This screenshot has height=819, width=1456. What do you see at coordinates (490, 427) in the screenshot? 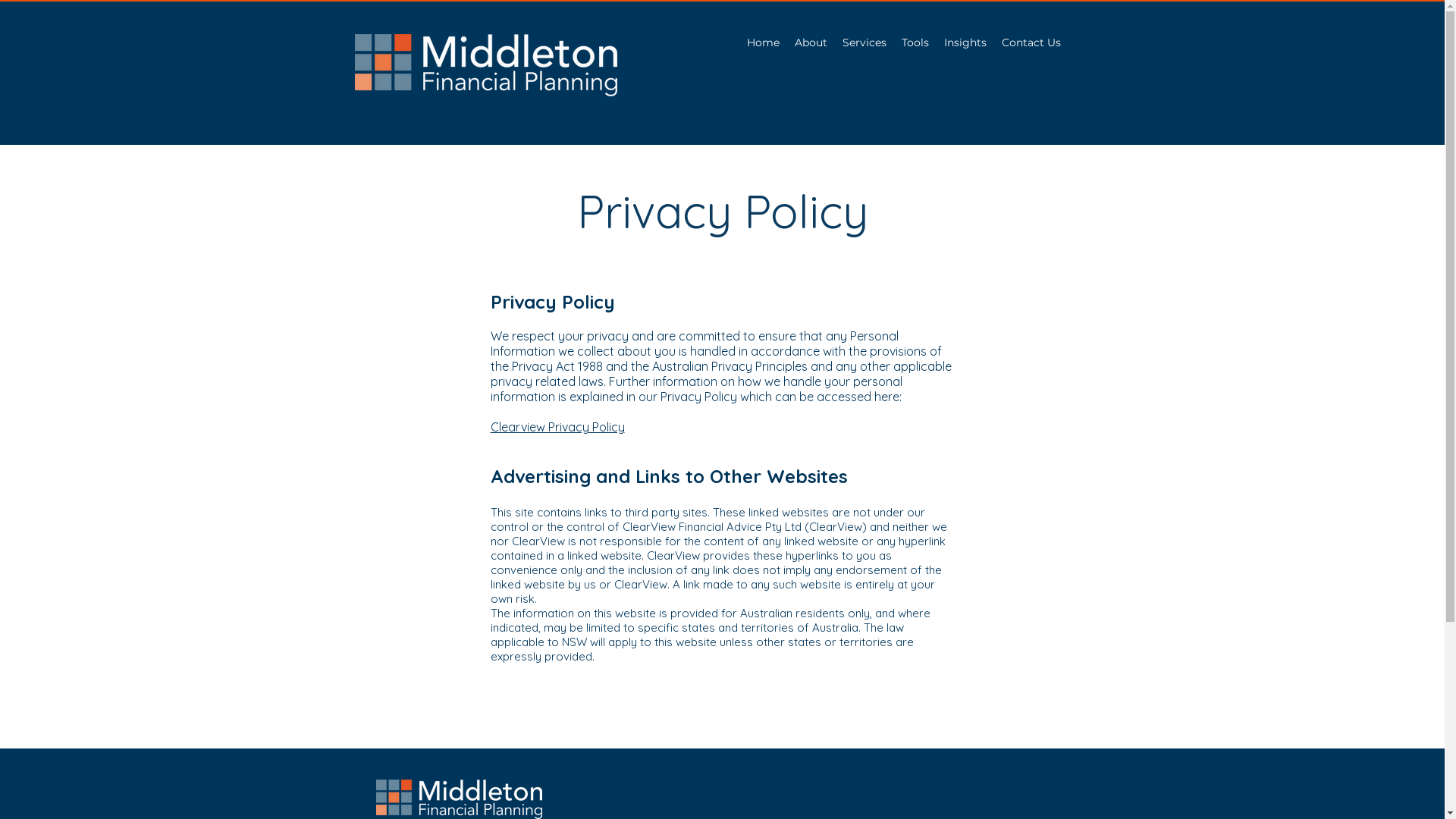
I see `'Clearview Privacy Policy'` at bounding box center [490, 427].